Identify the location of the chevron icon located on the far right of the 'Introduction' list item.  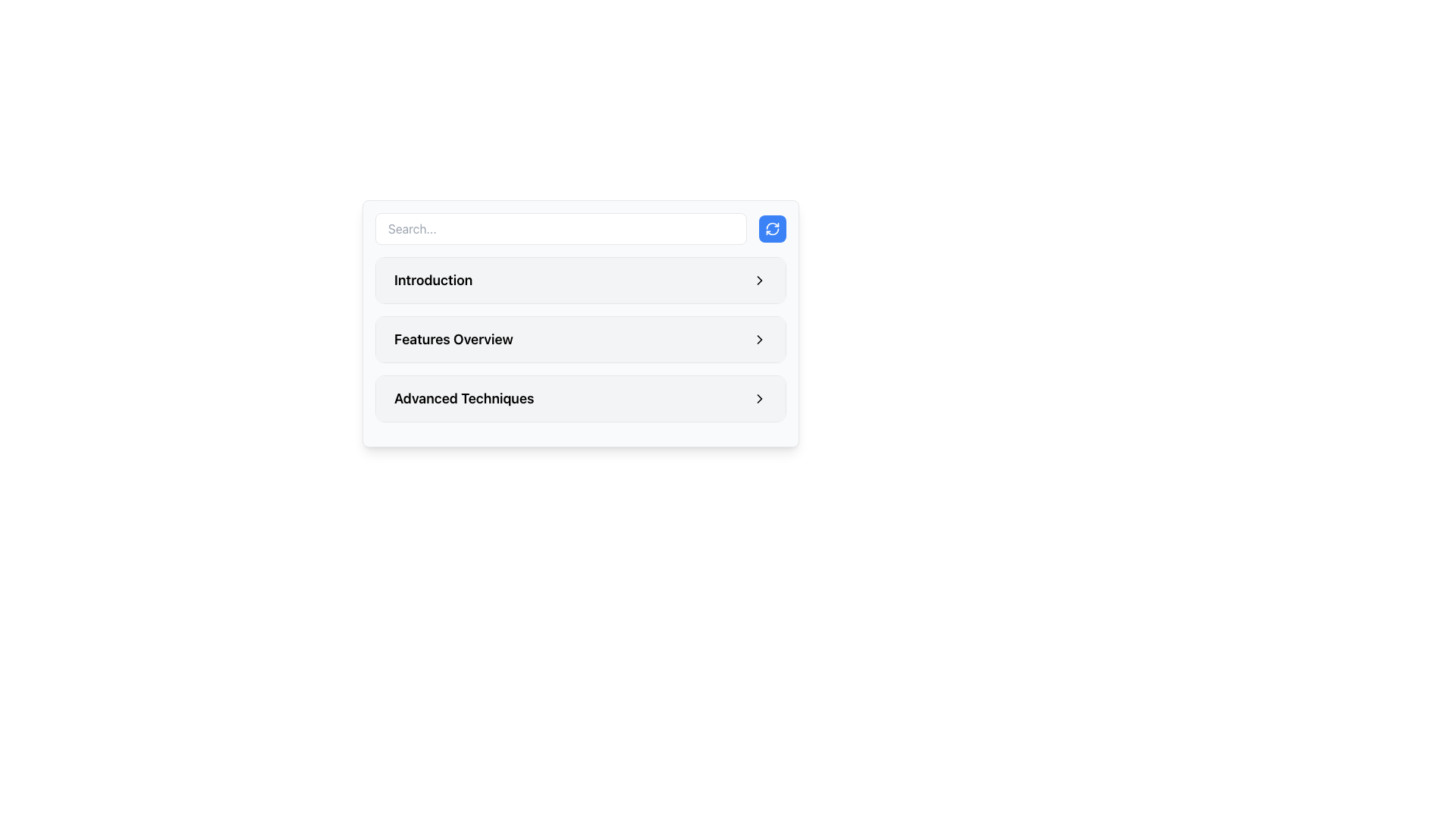
(760, 281).